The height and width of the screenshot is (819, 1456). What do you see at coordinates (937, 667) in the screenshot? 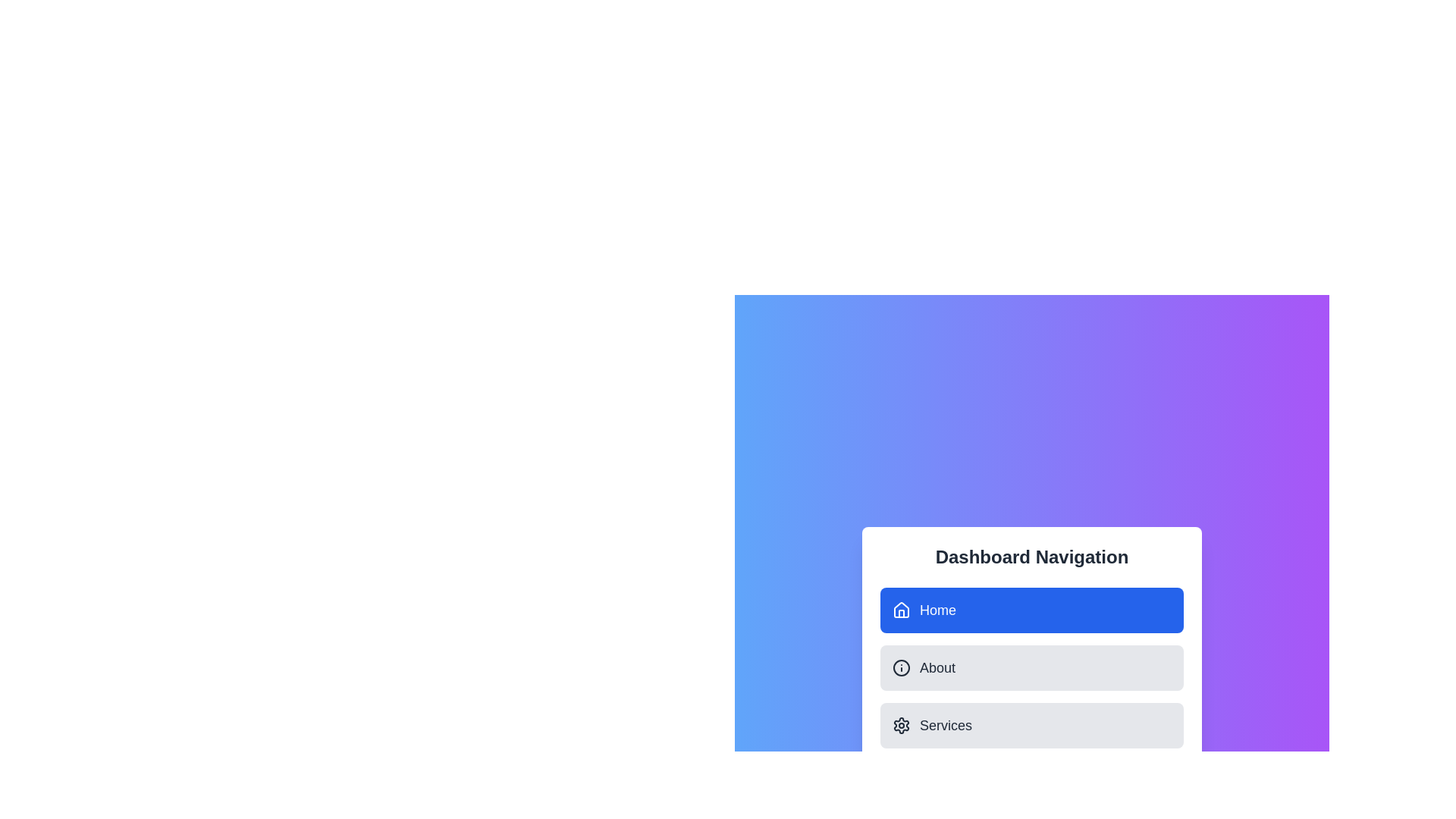
I see `the 'About' text label located in the navigation menu, positioned to the right of the information symbol icon` at bounding box center [937, 667].